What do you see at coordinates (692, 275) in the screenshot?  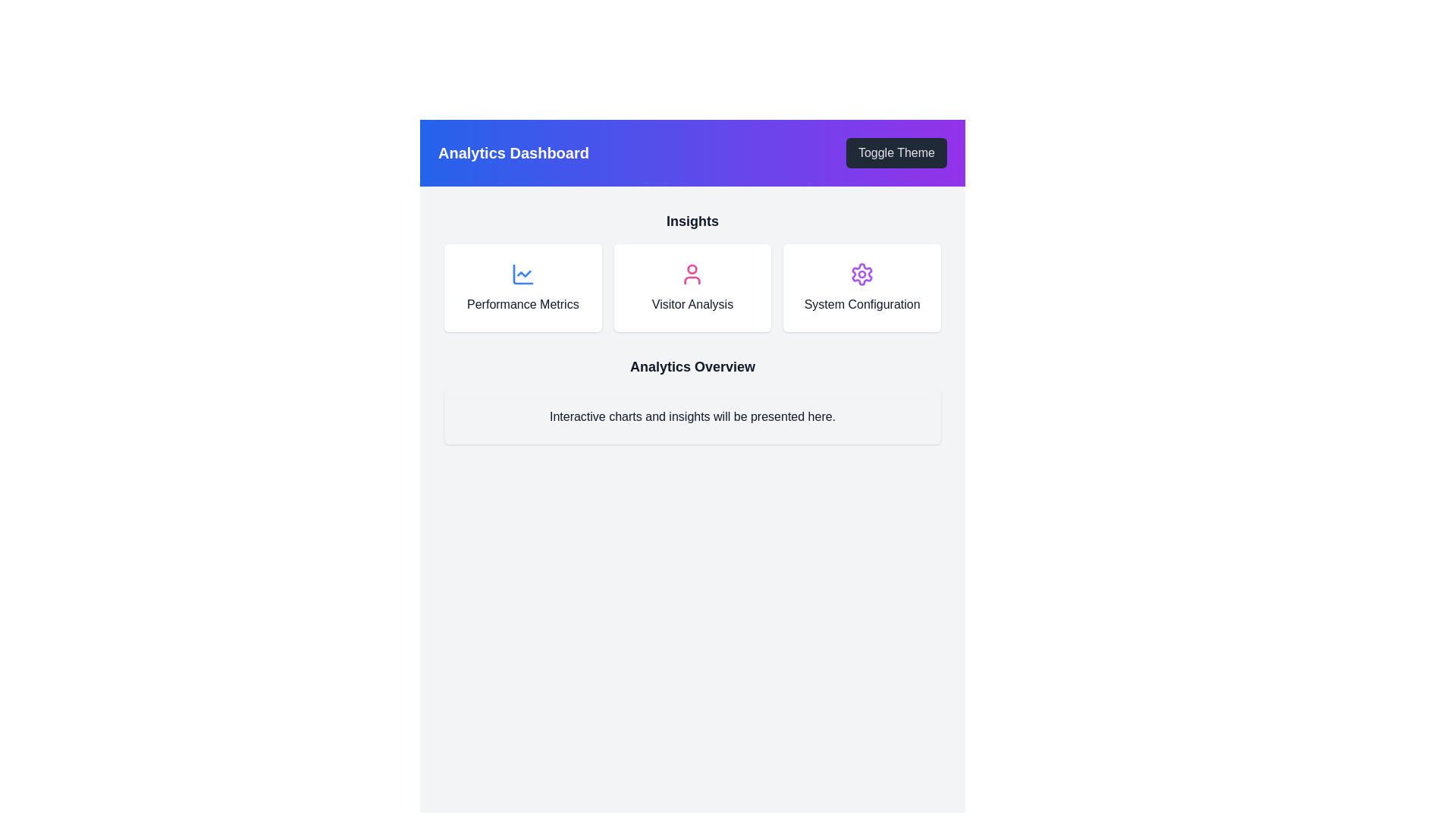 I see `the 'Visitor Analysis' icon, which is the centered icon within the 'Visitor Analysis' card located below the 'Analytics Dashboard' header` at bounding box center [692, 275].